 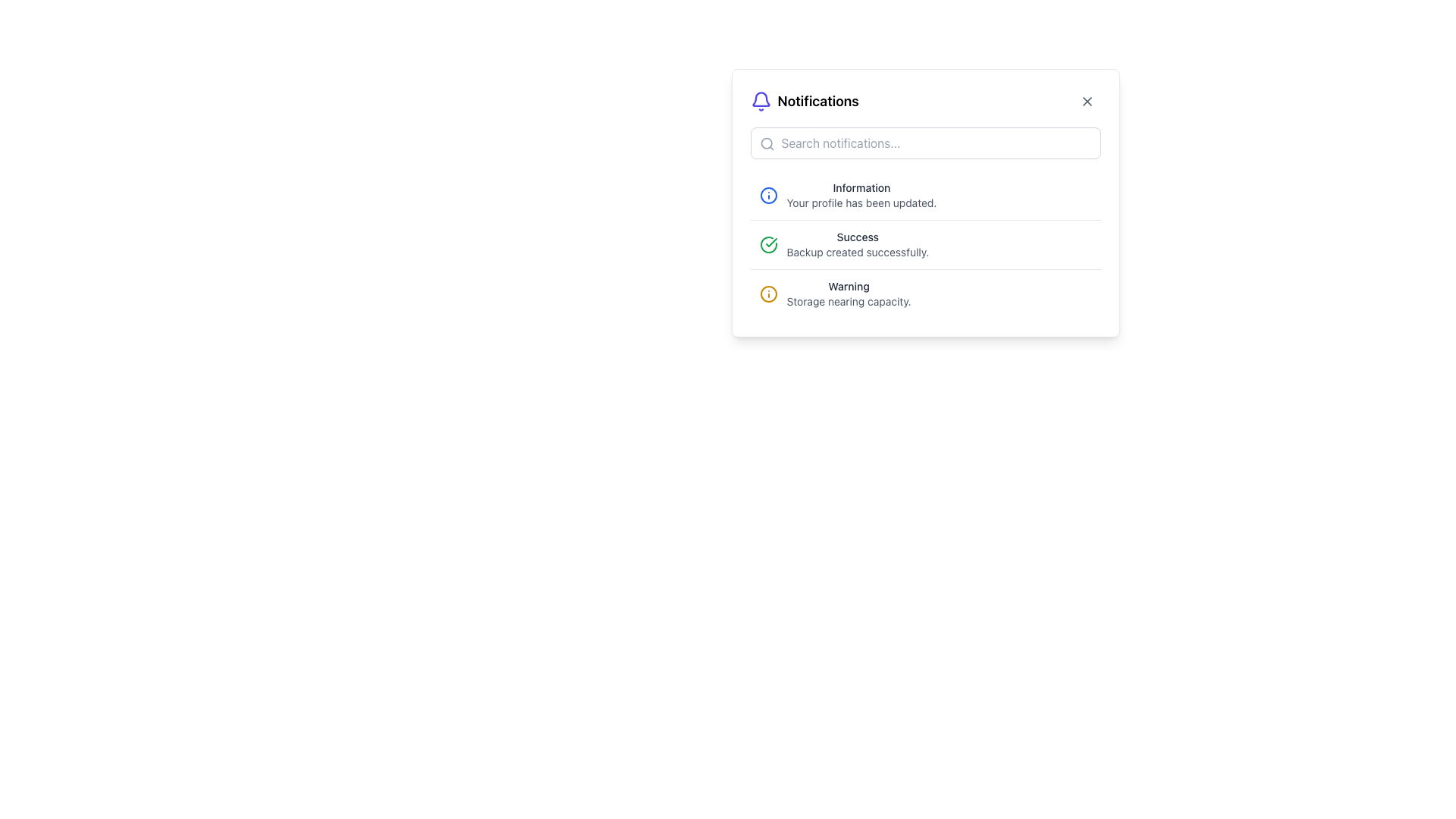 What do you see at coordinates (858, 244) in the screenshot?
I see `the 'Success' notification message which indicates a successful backup creation` at bounding box center [858, 244].